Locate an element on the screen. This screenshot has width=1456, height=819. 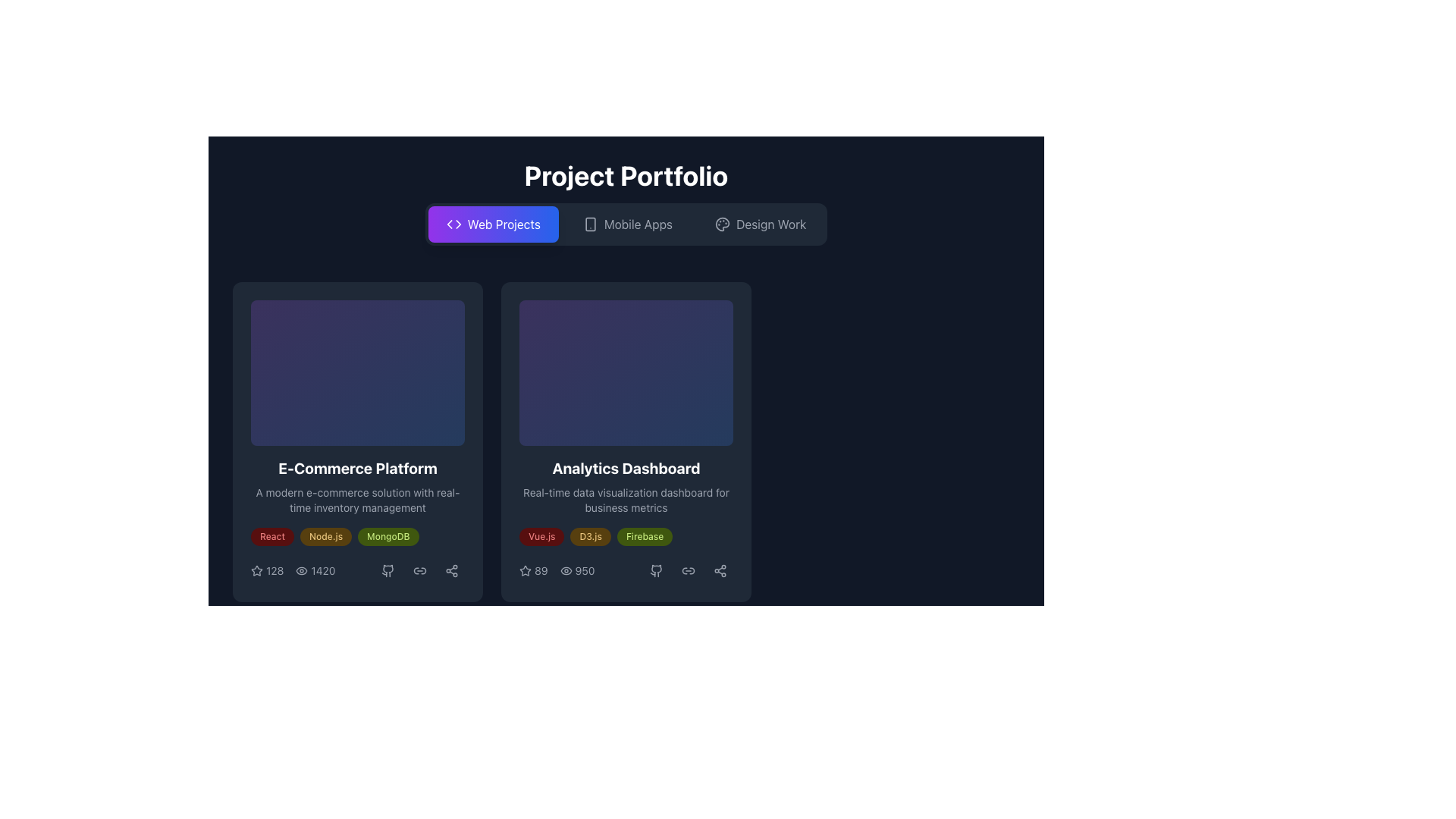
displayed number from the text element located in the lower section of the 'Analytics Dashboard' card, positioned to the right of the eye icon is located at coordinates (584, 570).